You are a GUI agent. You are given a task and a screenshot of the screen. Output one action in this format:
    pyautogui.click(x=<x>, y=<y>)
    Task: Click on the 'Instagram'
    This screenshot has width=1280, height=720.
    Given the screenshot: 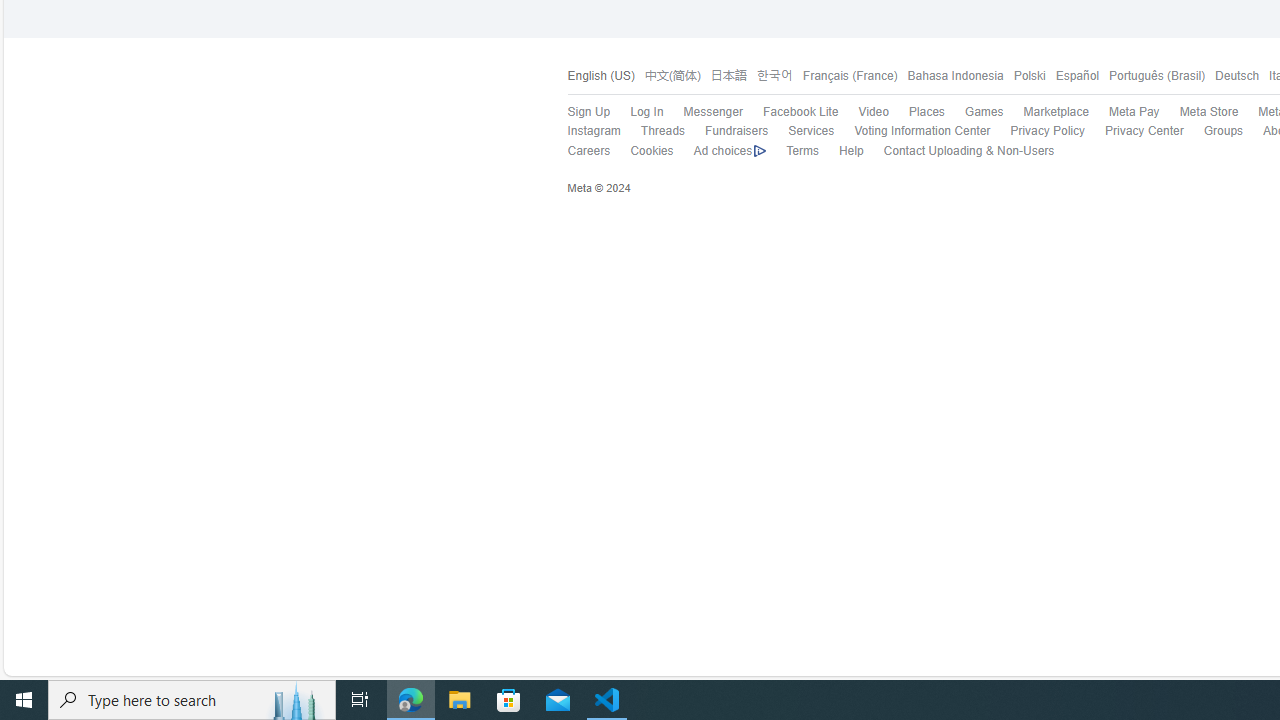 What is the action you would take?
    pyautogui.click(x=592, y=131)
    